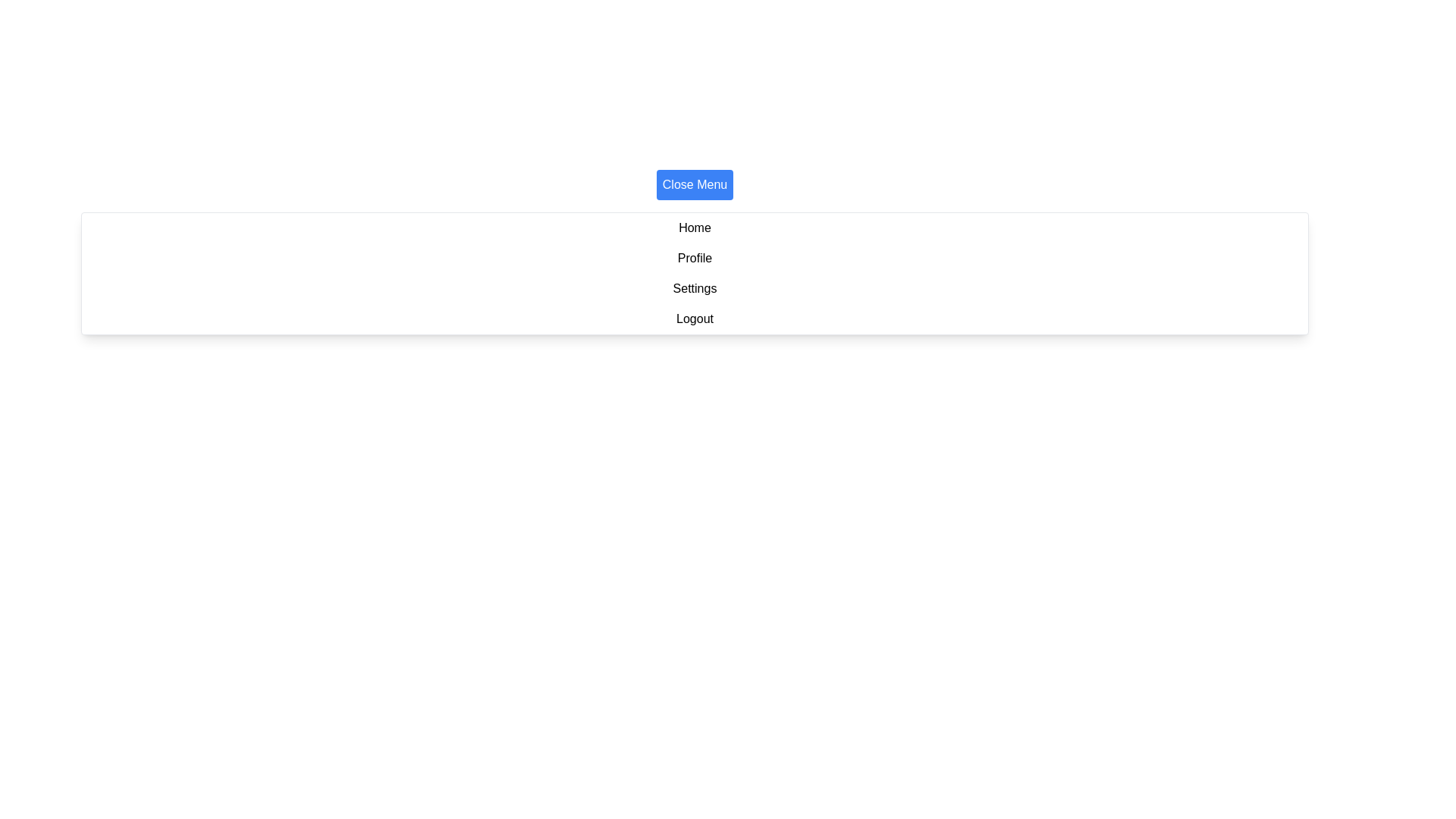  Describe the element at coordinates (694, 318) in the screenshot. I see `the 'Logout' button, which is the last option in the vertical menu` at that location.